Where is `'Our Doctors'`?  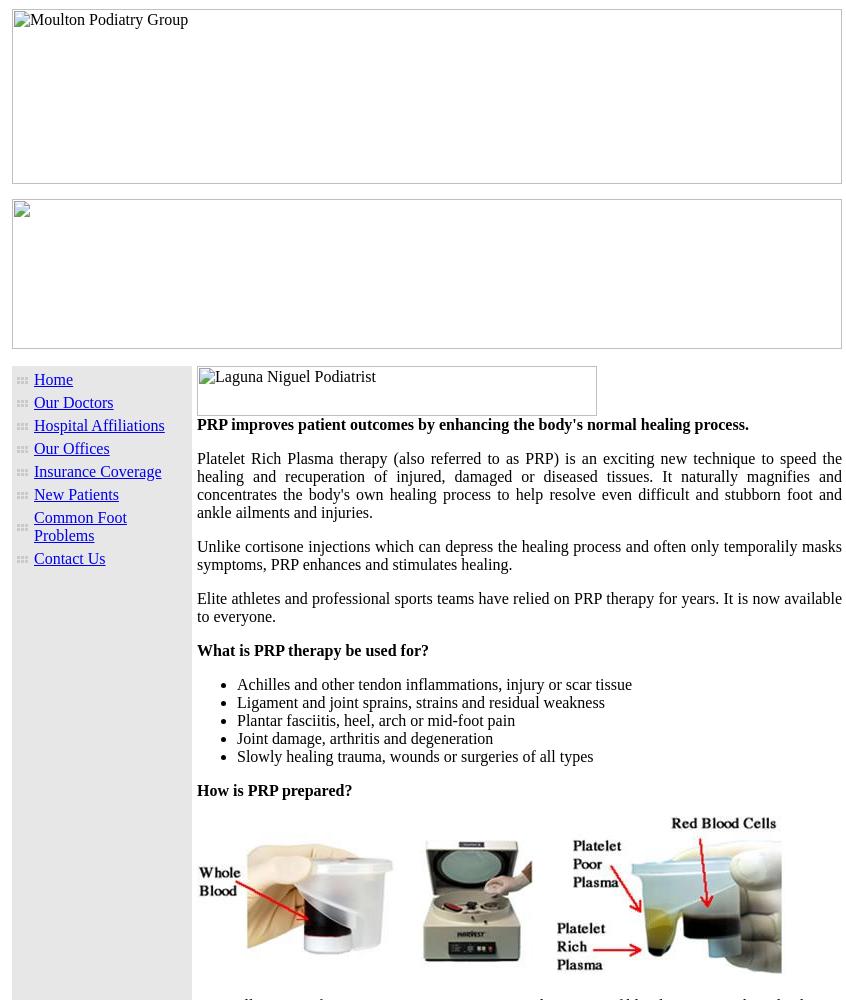 'Our Doctors' is located at coordinates (73, 402).